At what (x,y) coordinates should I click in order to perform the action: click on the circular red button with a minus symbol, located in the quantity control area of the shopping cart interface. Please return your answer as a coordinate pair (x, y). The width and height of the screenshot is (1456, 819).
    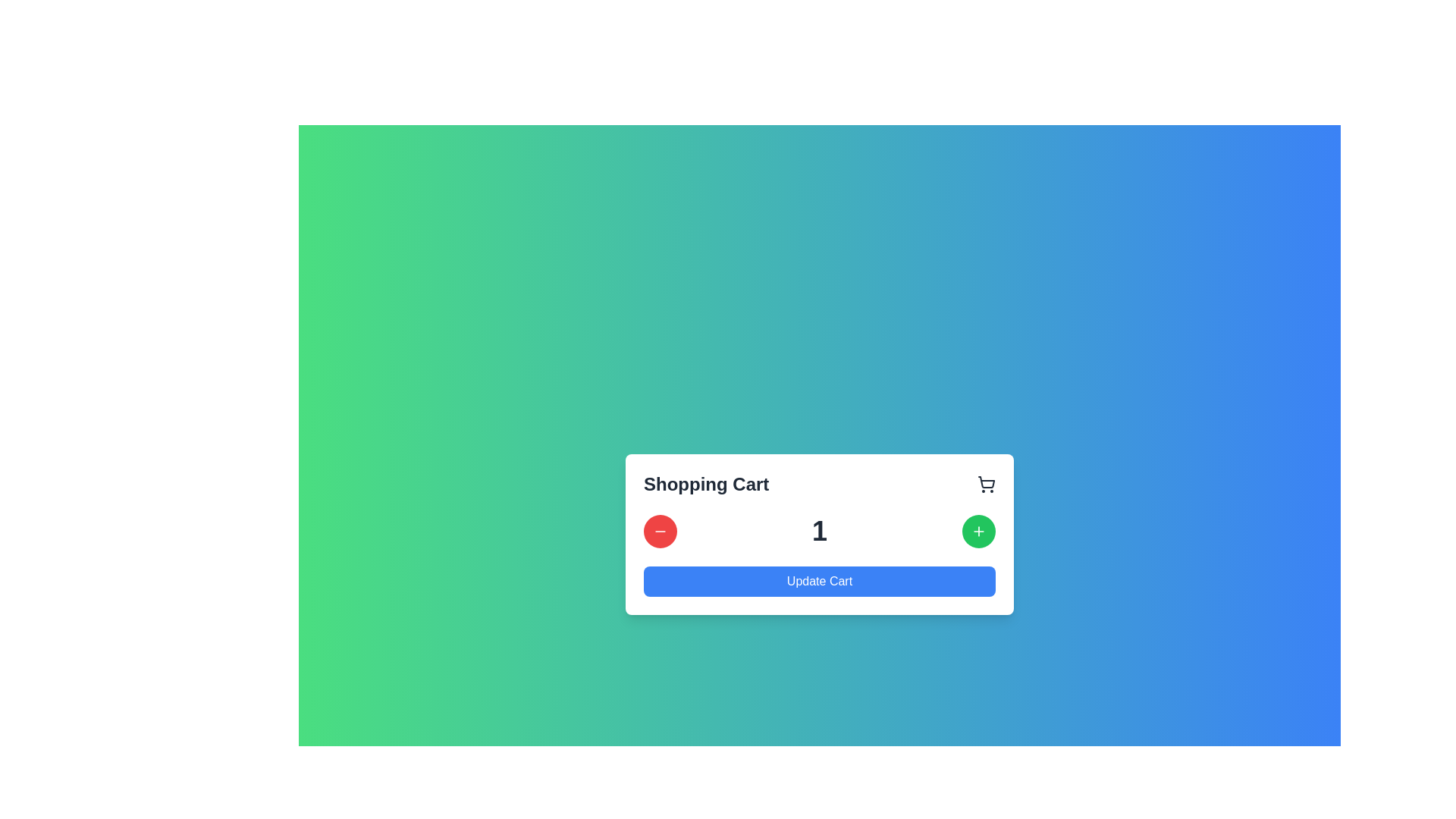
    Looking at the image, I should click on (660, 531).